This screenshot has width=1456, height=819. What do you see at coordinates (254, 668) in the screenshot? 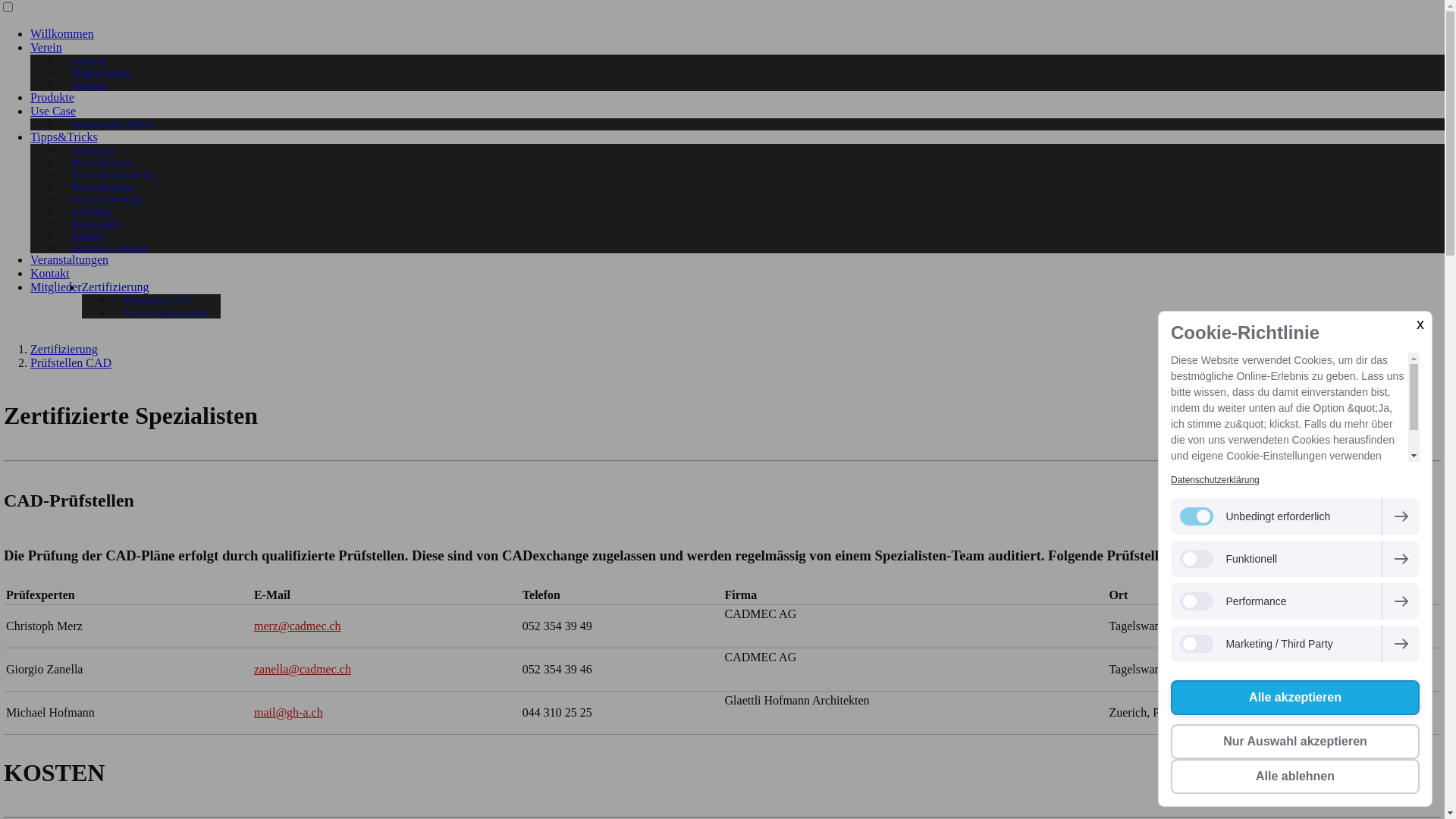
I see `'zanella@cadmec.ch'` at bounding box center [254, 668].